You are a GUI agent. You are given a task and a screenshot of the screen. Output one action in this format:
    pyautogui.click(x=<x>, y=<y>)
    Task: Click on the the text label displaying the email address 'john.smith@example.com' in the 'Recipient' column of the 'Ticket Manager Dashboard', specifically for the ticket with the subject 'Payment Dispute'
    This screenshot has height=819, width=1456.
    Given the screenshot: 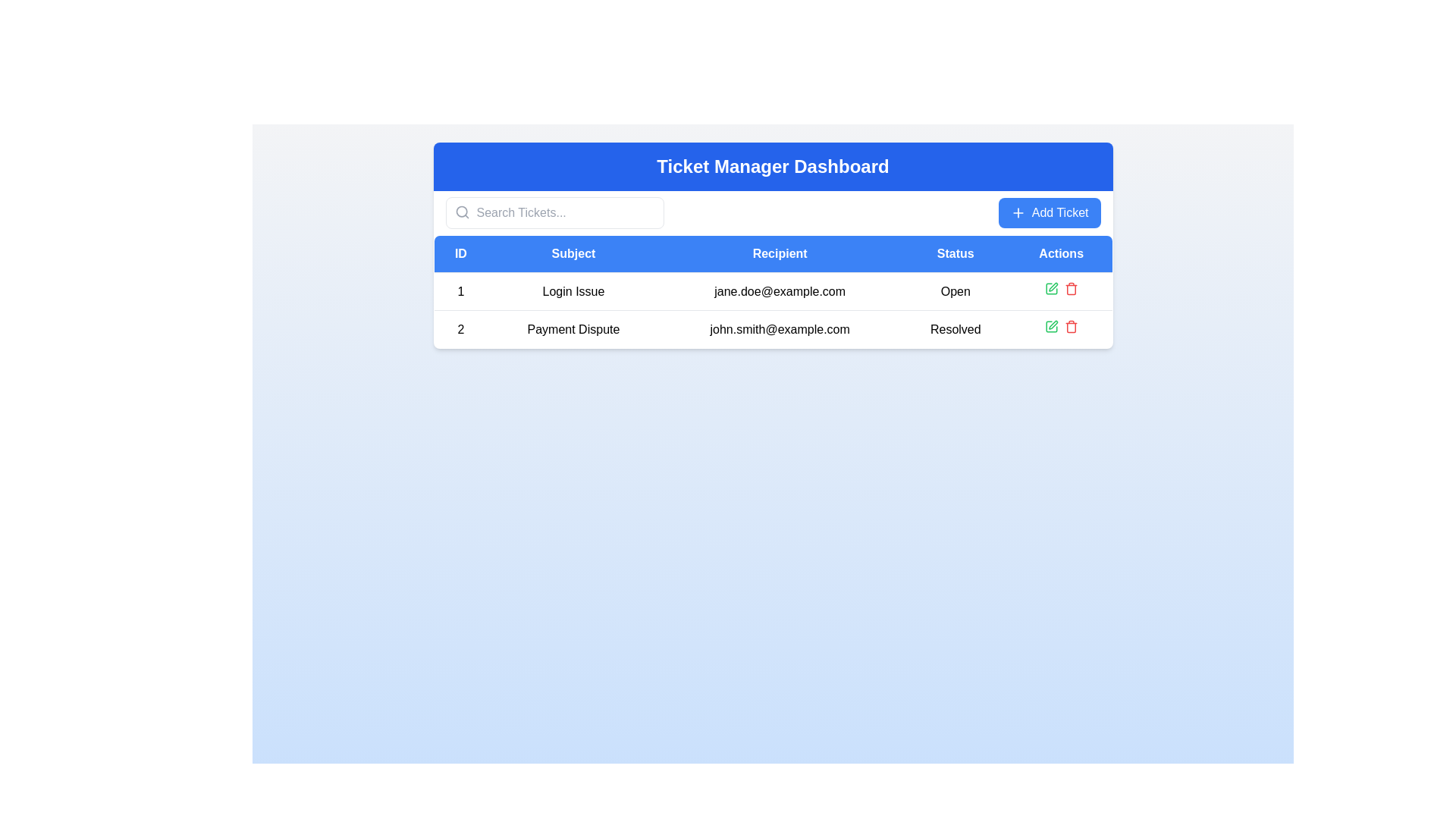 What is the action you would take?
    pyautogui.click(x=780, y=328)
    